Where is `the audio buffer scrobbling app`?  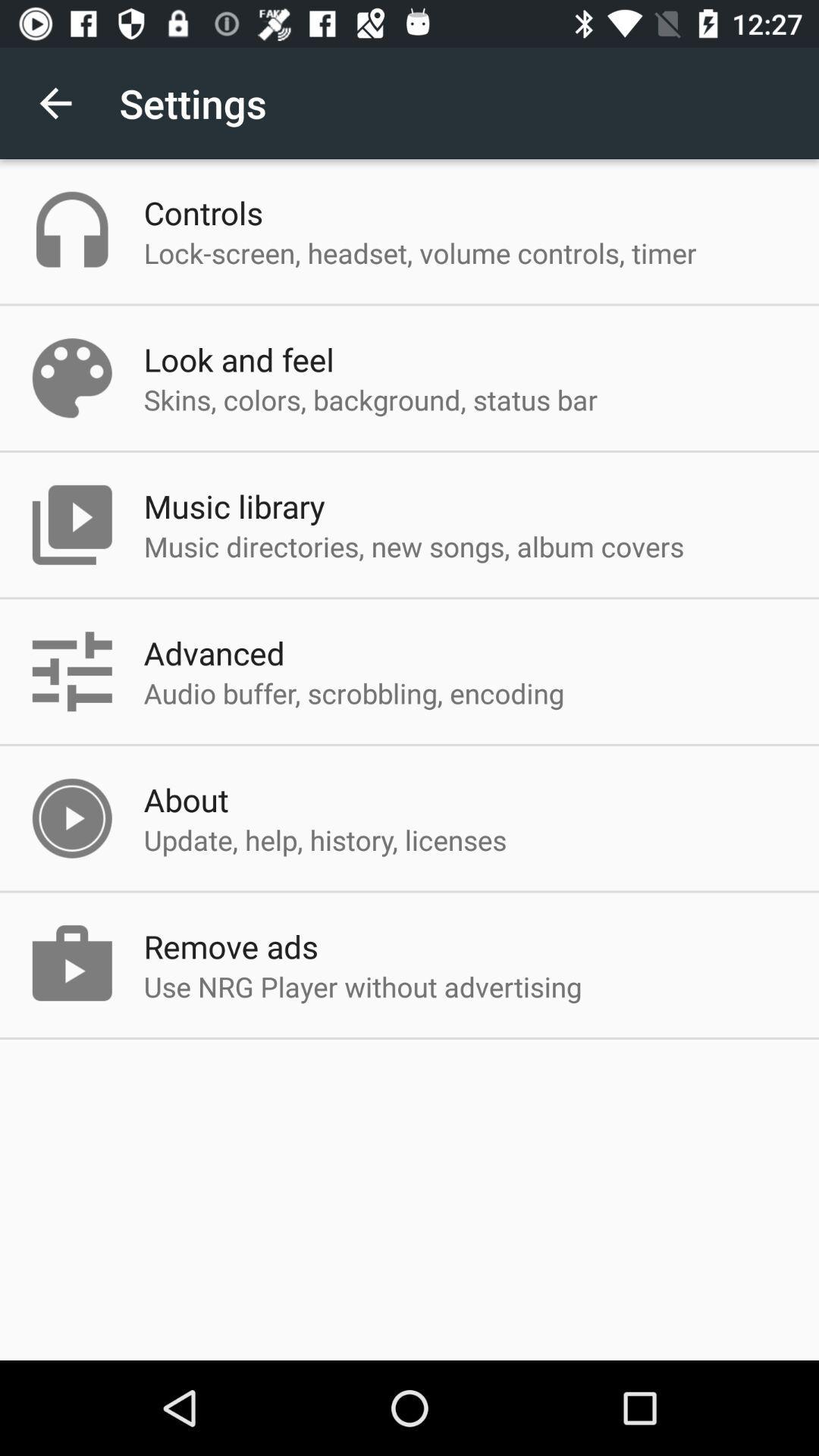
the audio buffer scrobbling app is located at coordinates (353, 692).